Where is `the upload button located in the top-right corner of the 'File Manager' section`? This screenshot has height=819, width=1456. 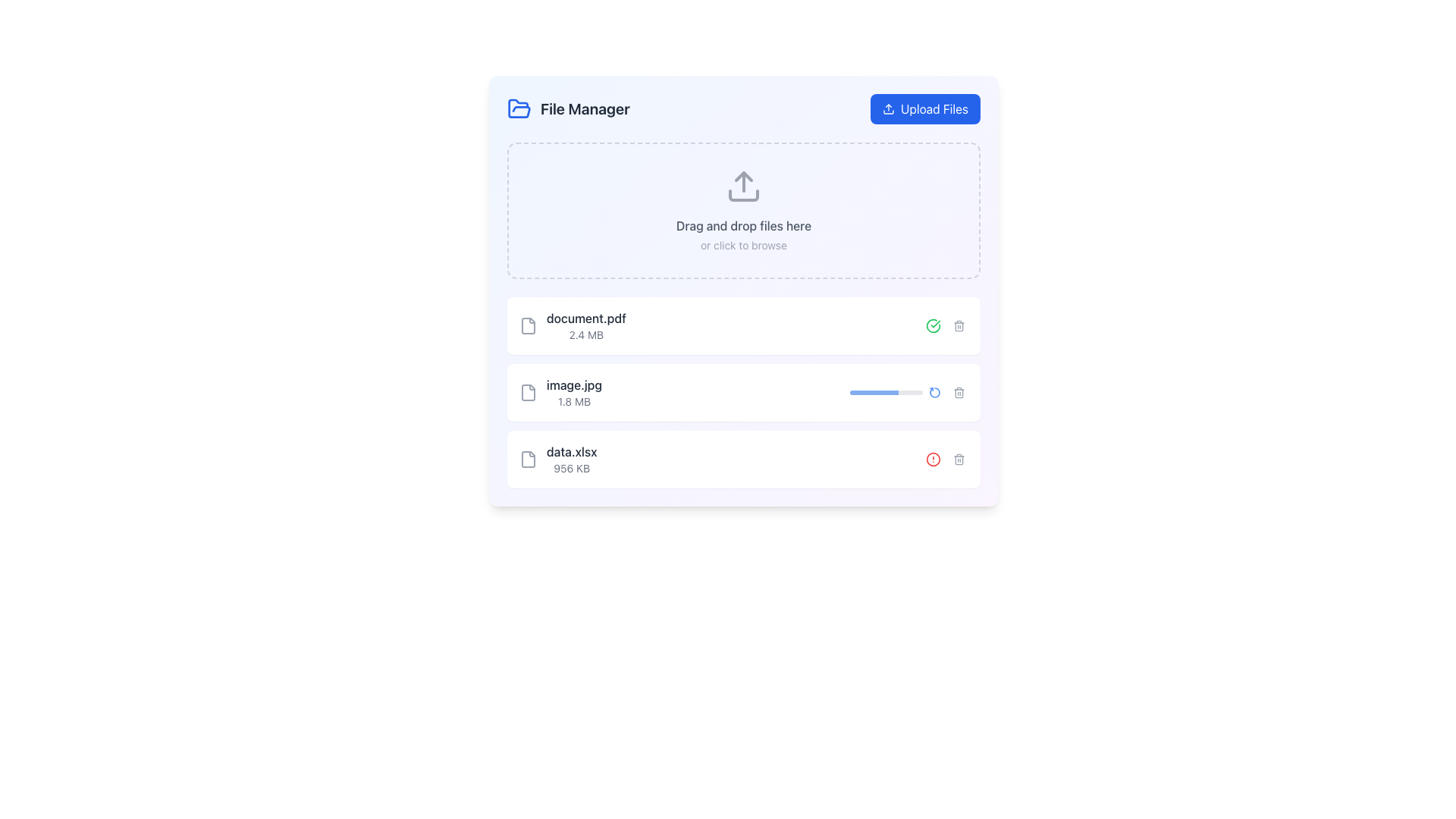
the upload button located in the top-right corner of the 'File Manager' section is located at coordinates (924, 108).